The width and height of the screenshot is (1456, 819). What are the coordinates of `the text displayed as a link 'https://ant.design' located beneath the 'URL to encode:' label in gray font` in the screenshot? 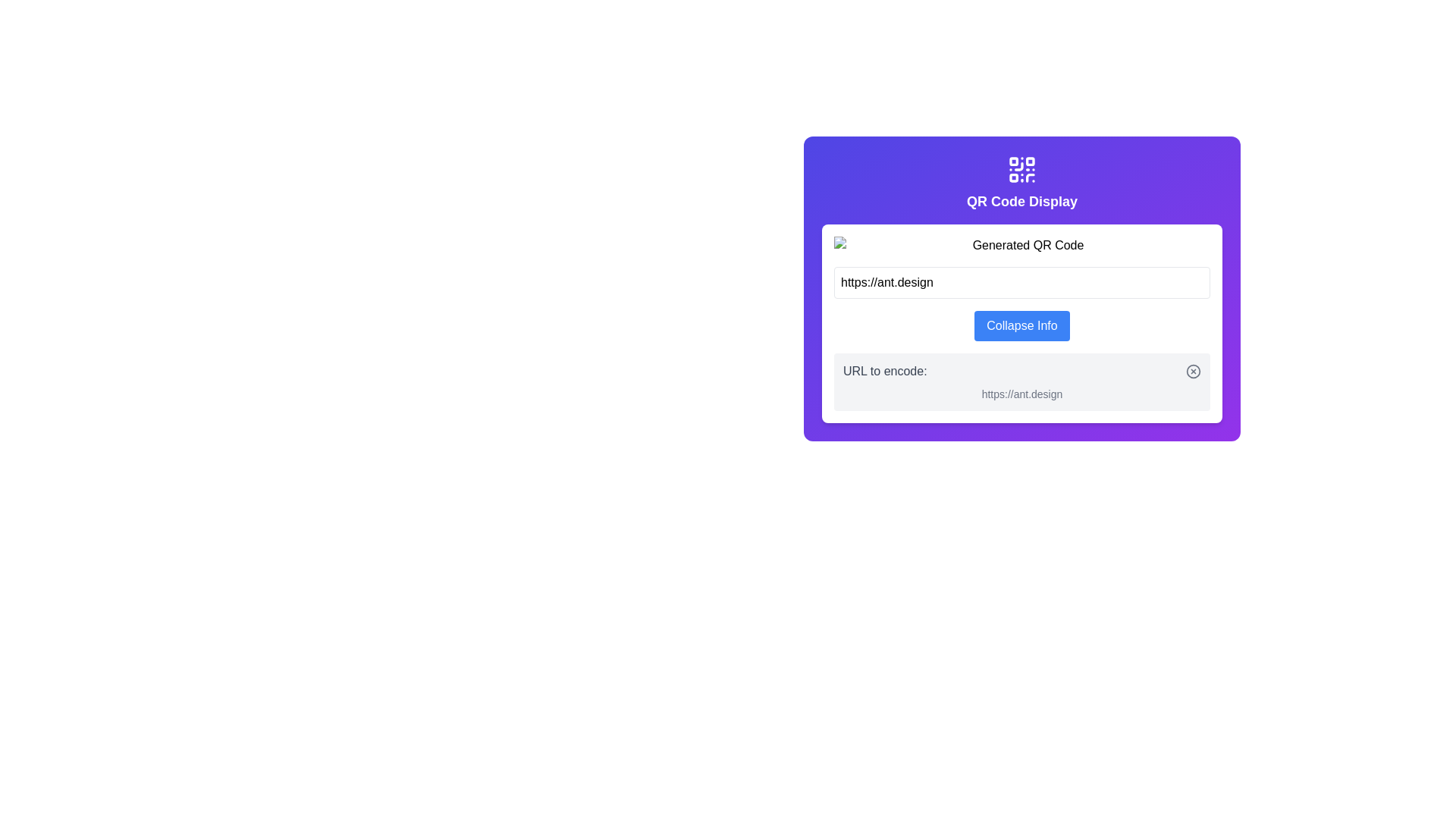 It's located at (1022, 394).